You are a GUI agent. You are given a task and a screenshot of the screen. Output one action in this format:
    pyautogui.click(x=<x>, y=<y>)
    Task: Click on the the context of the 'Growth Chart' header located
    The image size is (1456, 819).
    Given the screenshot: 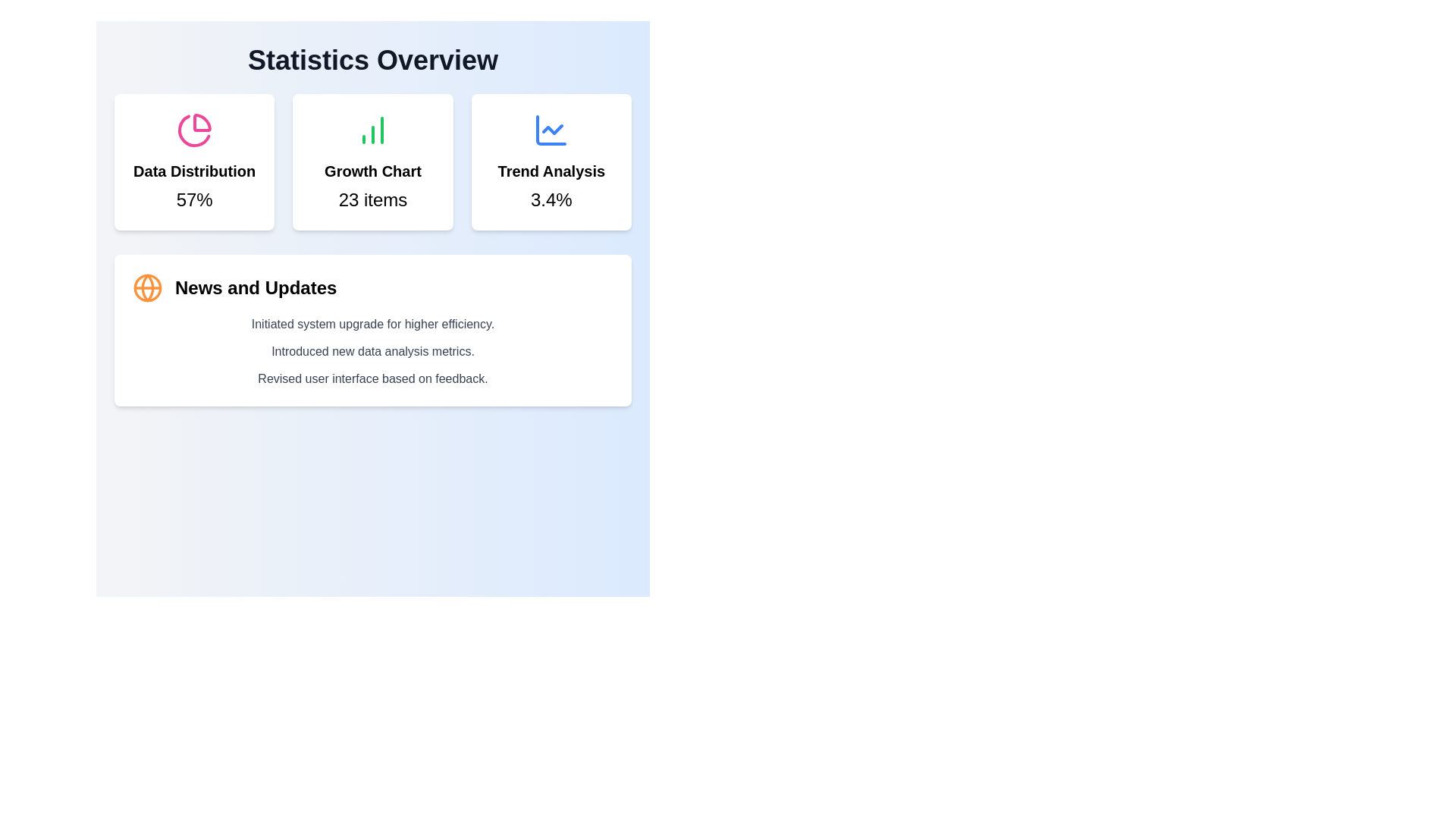 What is the action you would take?
    pyautogui.click(x=372, y=171)
    